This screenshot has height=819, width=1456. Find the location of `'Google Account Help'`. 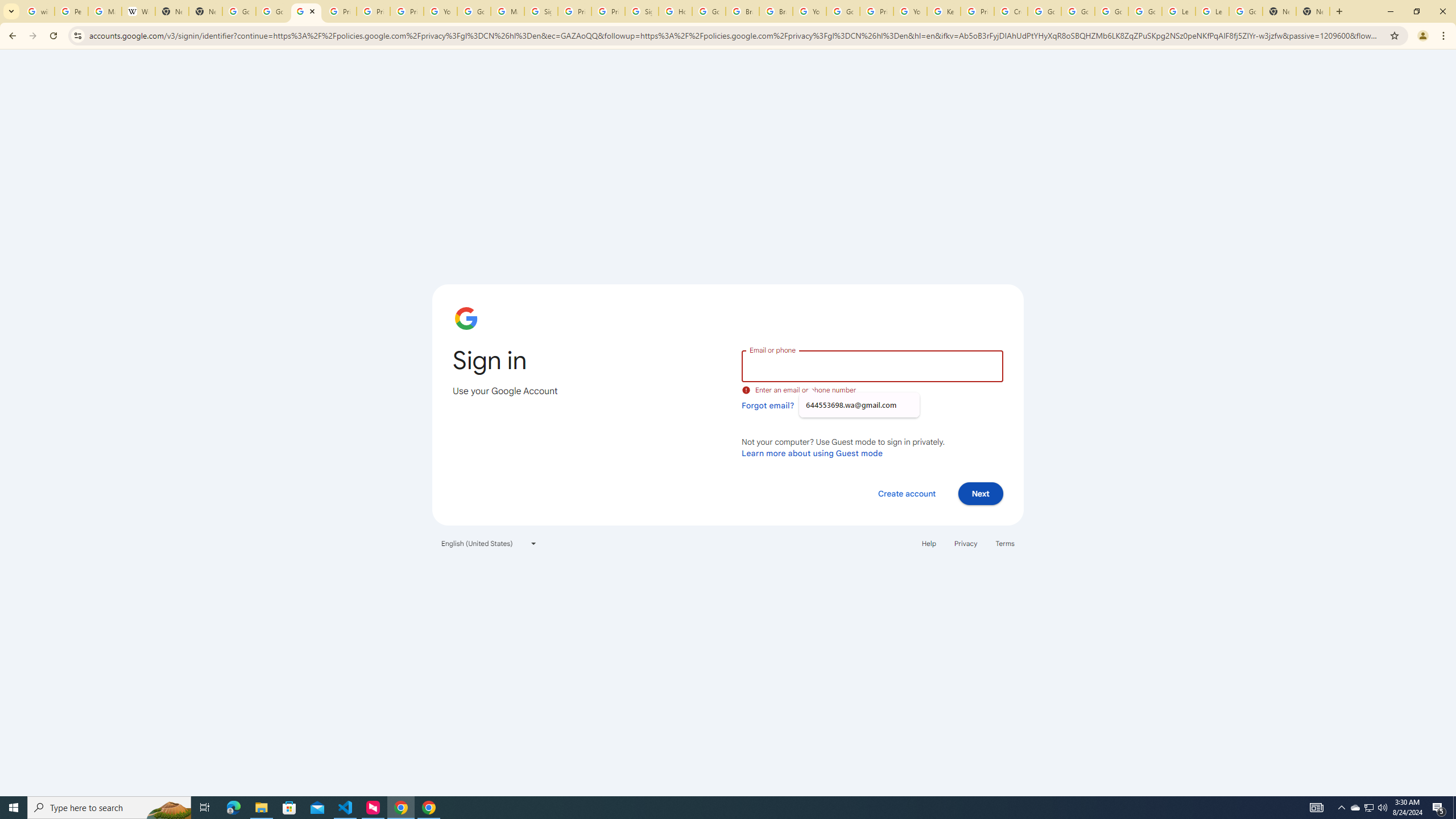

'Google Account Help' is located at coordinates (1111, 11).